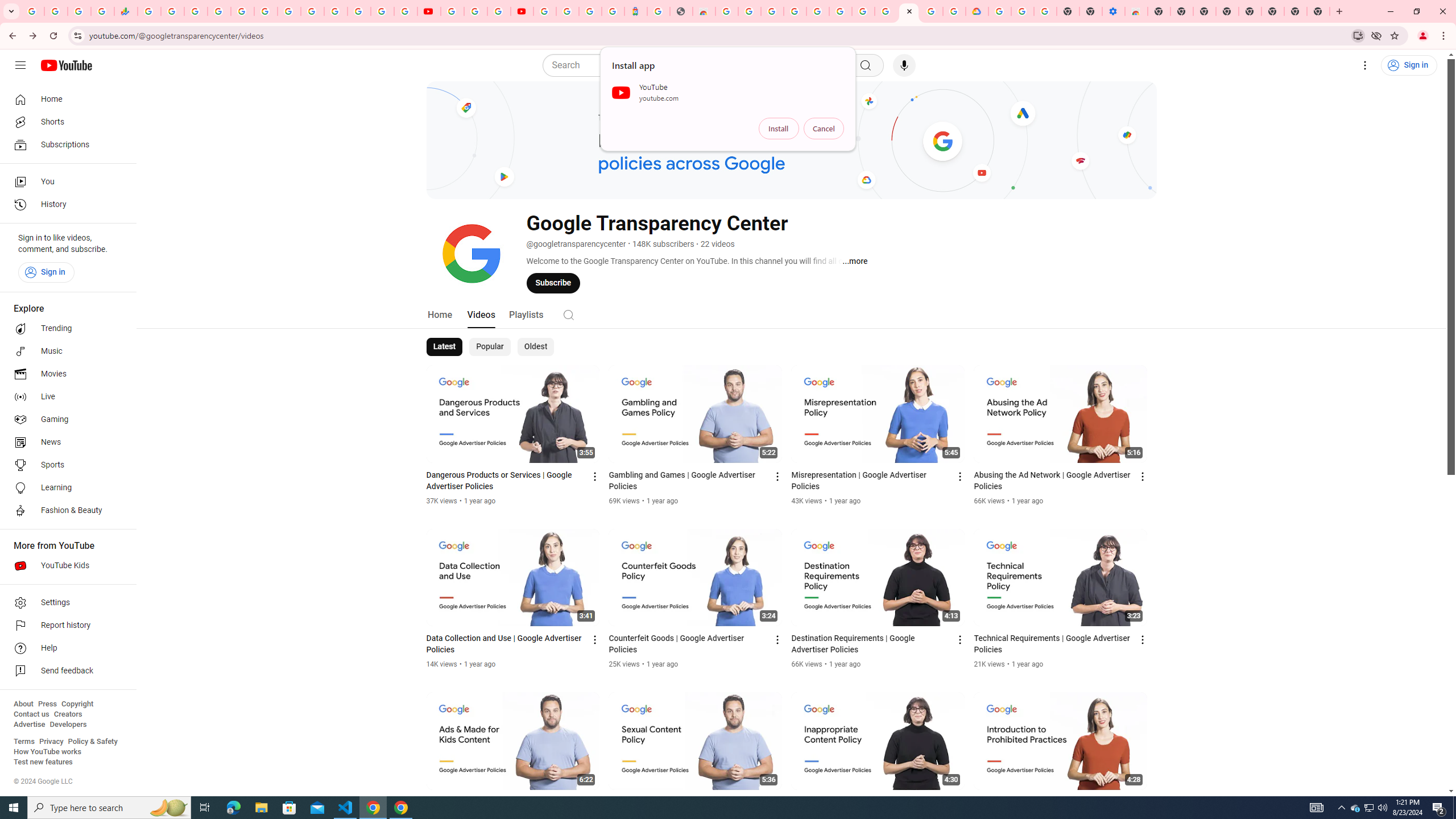 Image resolution: width=1456 pixels, height=819 pixels. Describe the element at coordinates (23, 741) in the screenshot. I see `'Terms'` at that location.